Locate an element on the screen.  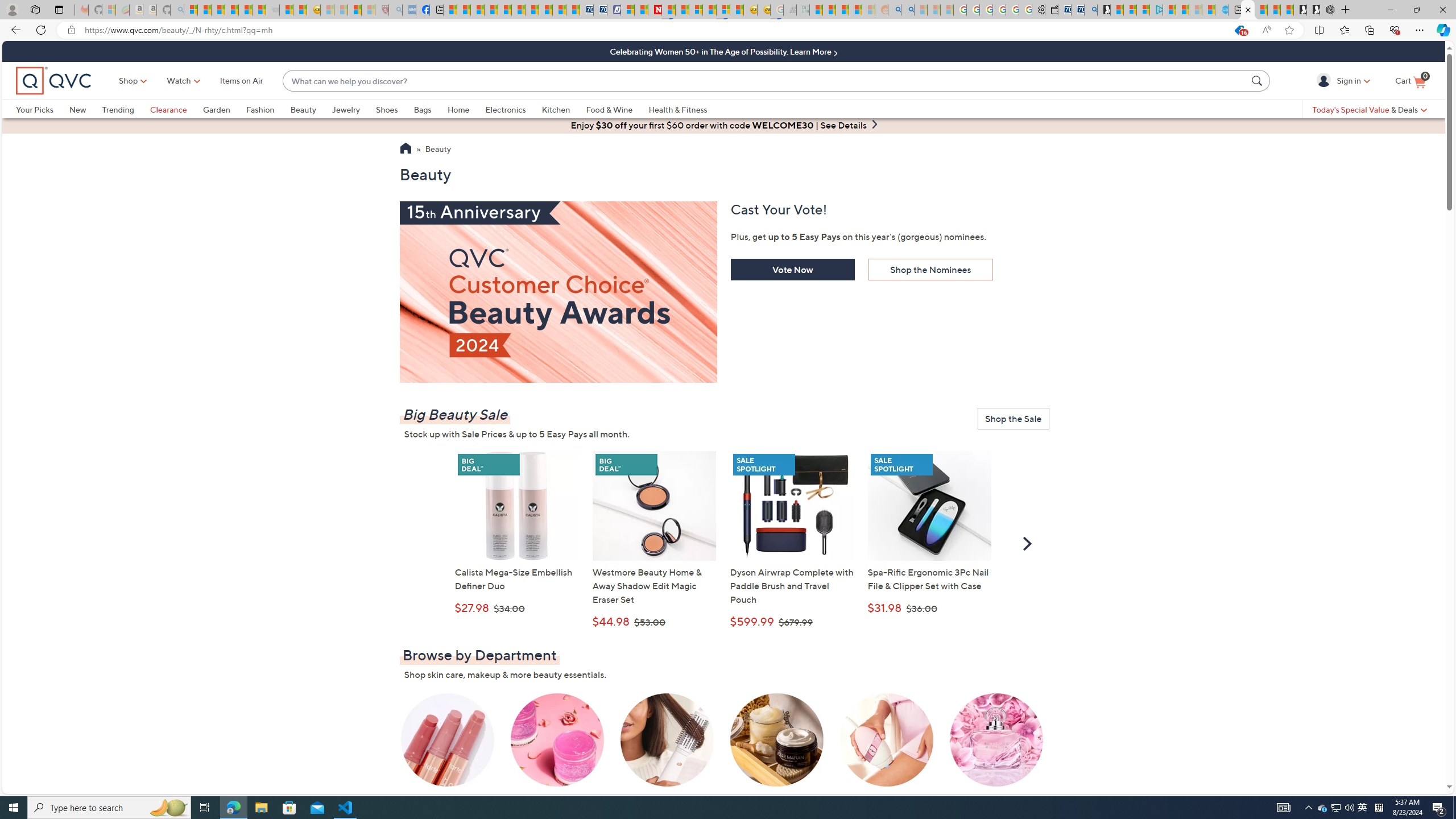
'Trending' is located at coordinates (125, 109).